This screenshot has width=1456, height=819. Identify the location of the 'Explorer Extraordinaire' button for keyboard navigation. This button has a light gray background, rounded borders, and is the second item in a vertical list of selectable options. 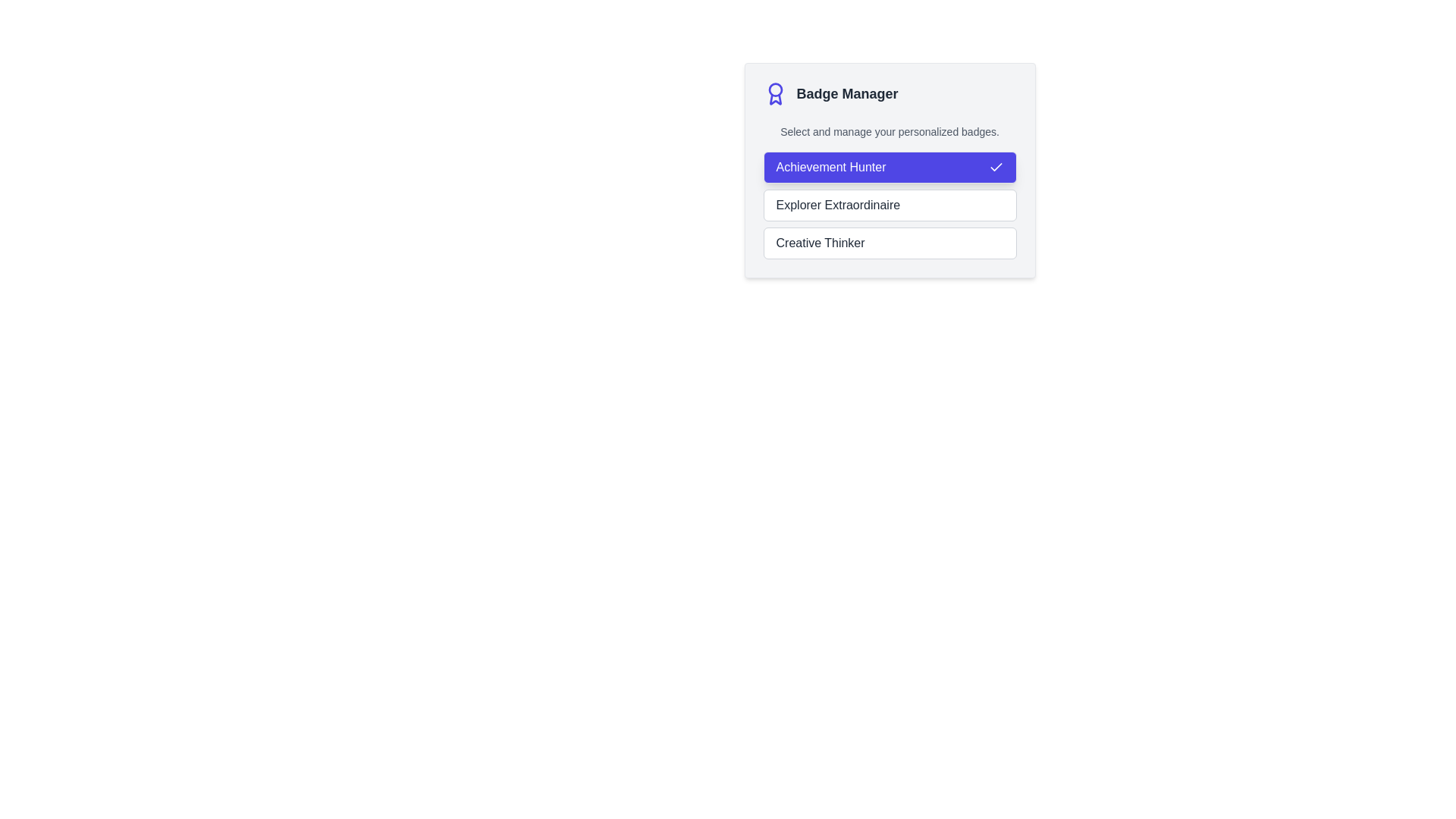
(890, 205).